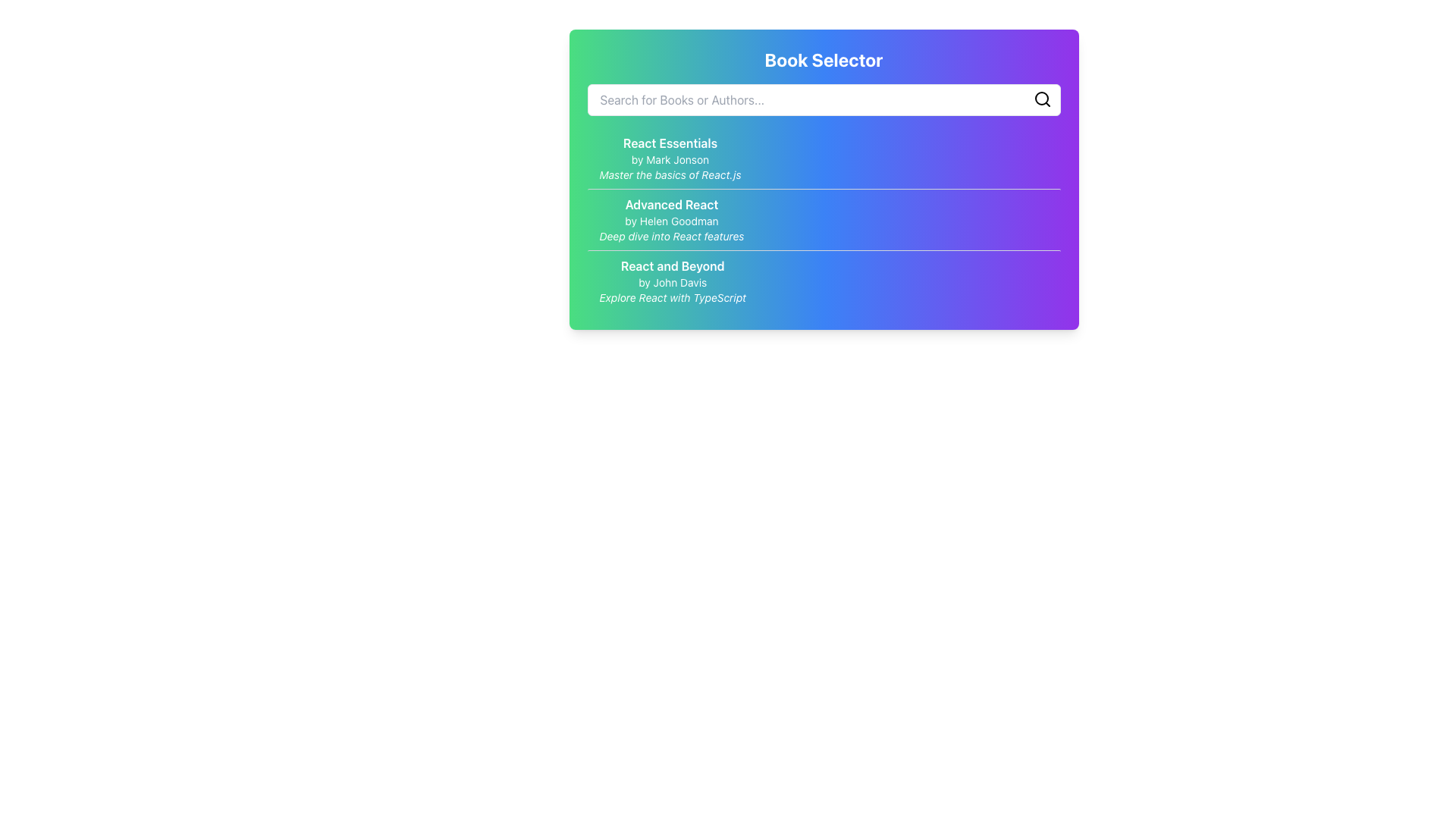  What do you see at coordinates (669, 160) in the screenshot?
I see `the text snippet that reads 'by Mark Jonson', which is positioned below the bold title 'React Essentials' and above the italicized description 'Master the basics of React.js'` at bounding box center [669, 160].